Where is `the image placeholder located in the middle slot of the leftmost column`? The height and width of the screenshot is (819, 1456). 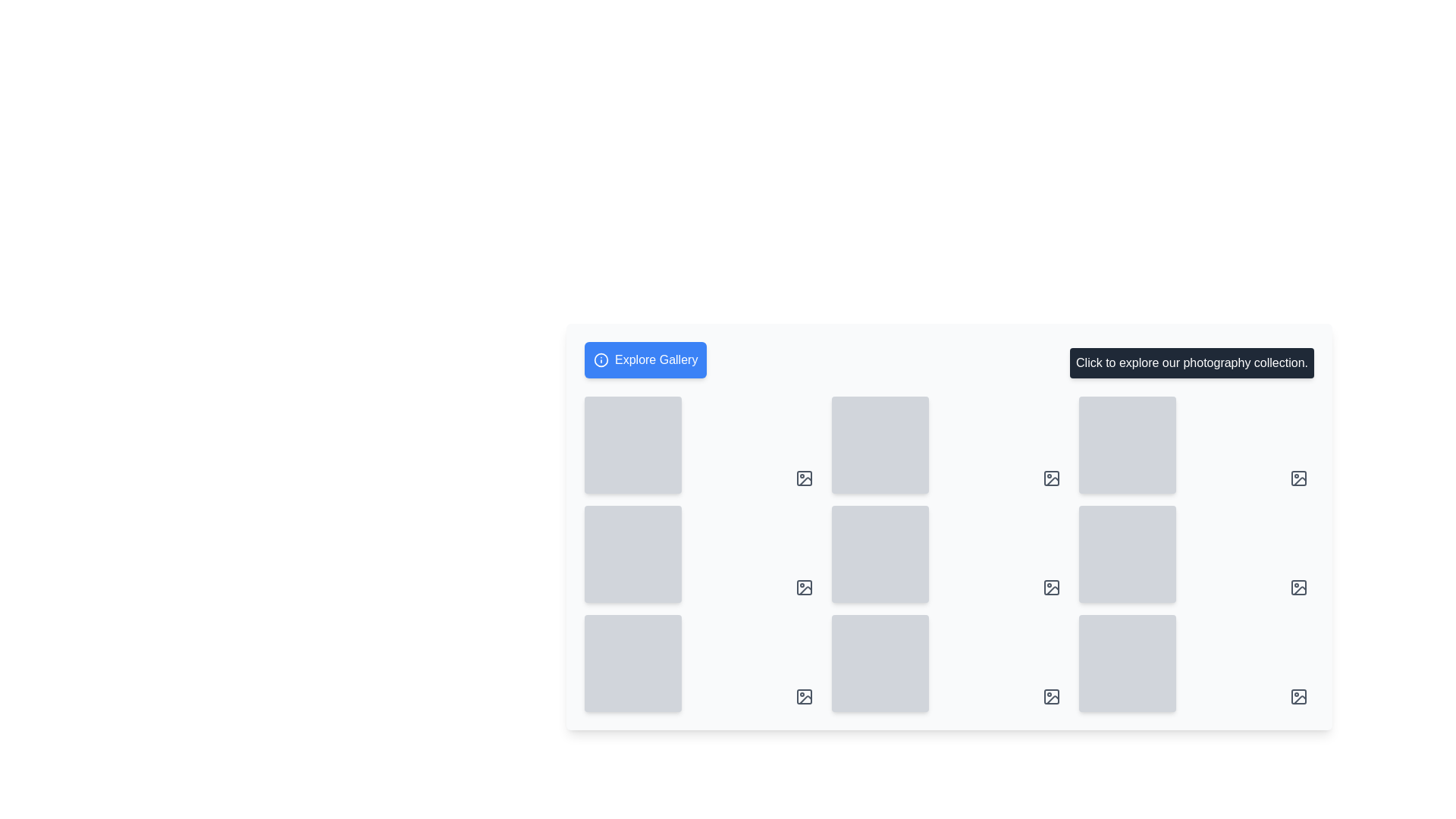
the image placeholder located in the middle slot of the leftmost column is located at coordinates (701, 554).